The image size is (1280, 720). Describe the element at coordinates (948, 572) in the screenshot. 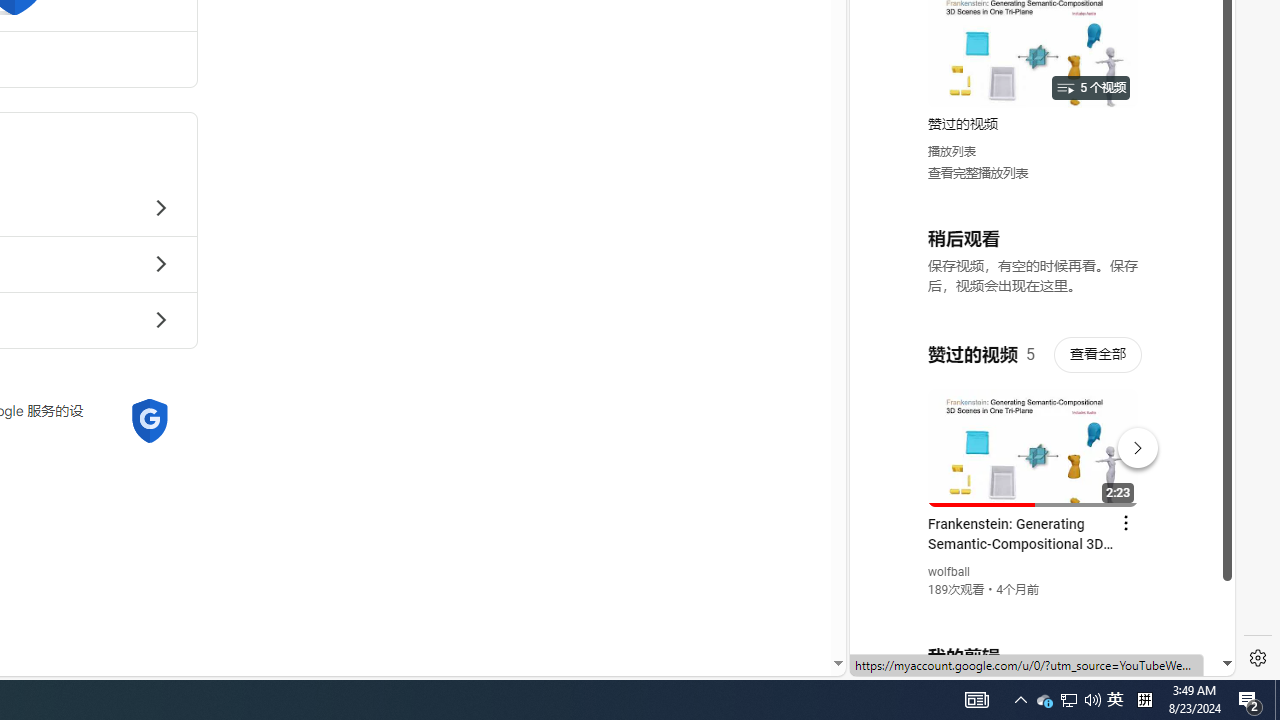

I see `'wolfball'` at that location.